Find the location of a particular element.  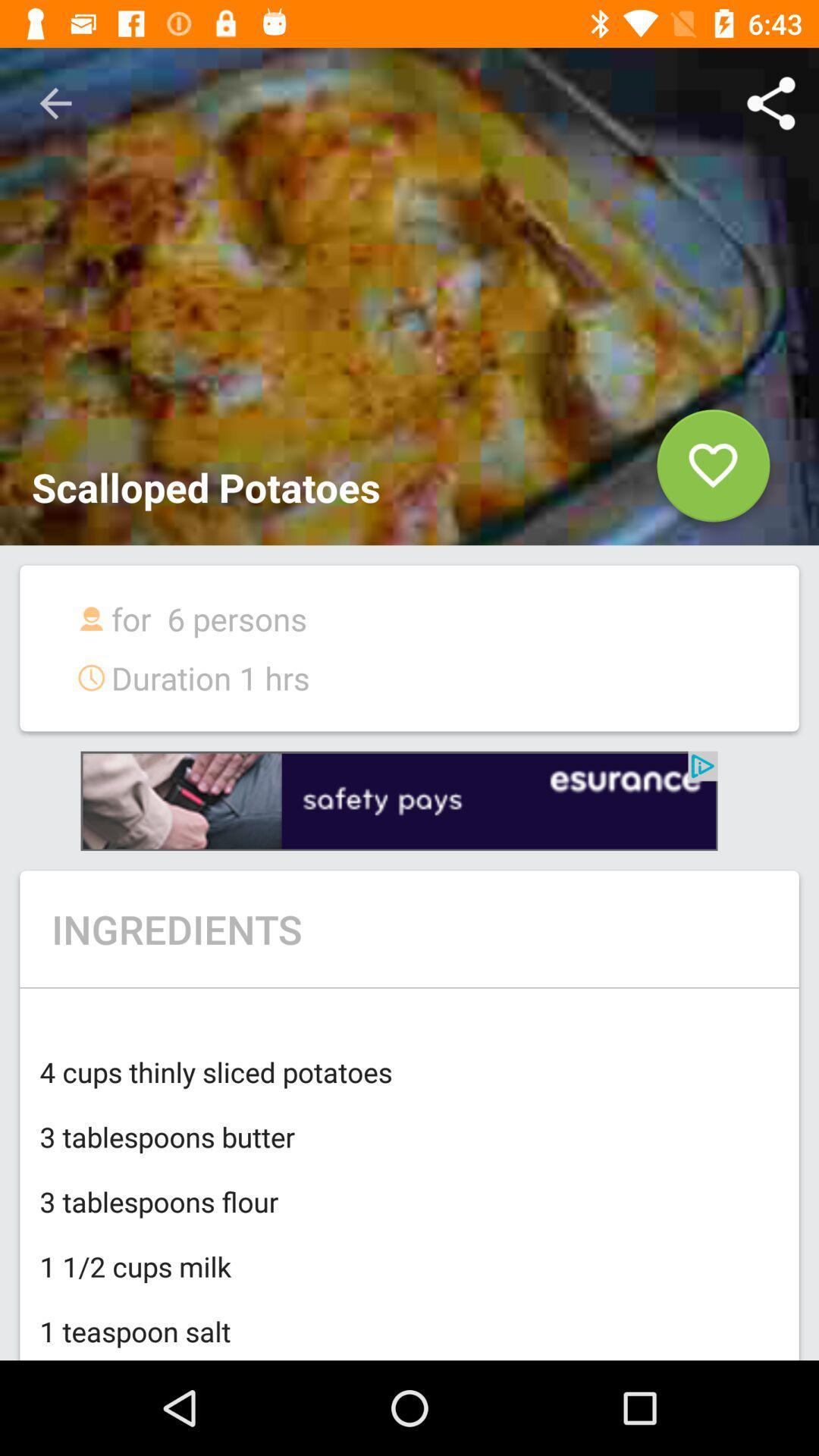

the favorite icon is located at coordinates (713, 471).